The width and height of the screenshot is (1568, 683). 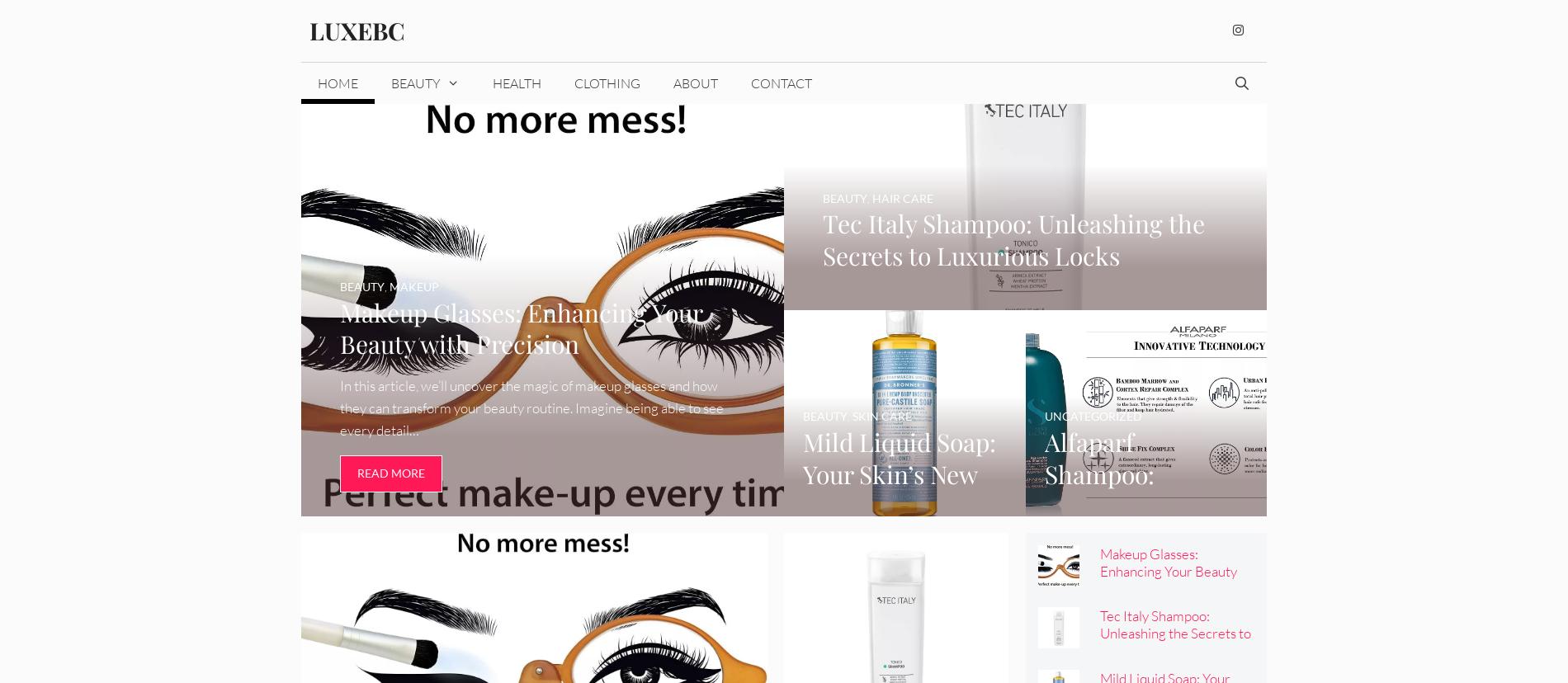 I want to click on 'LUXEBC', so click(x=356, y=30).